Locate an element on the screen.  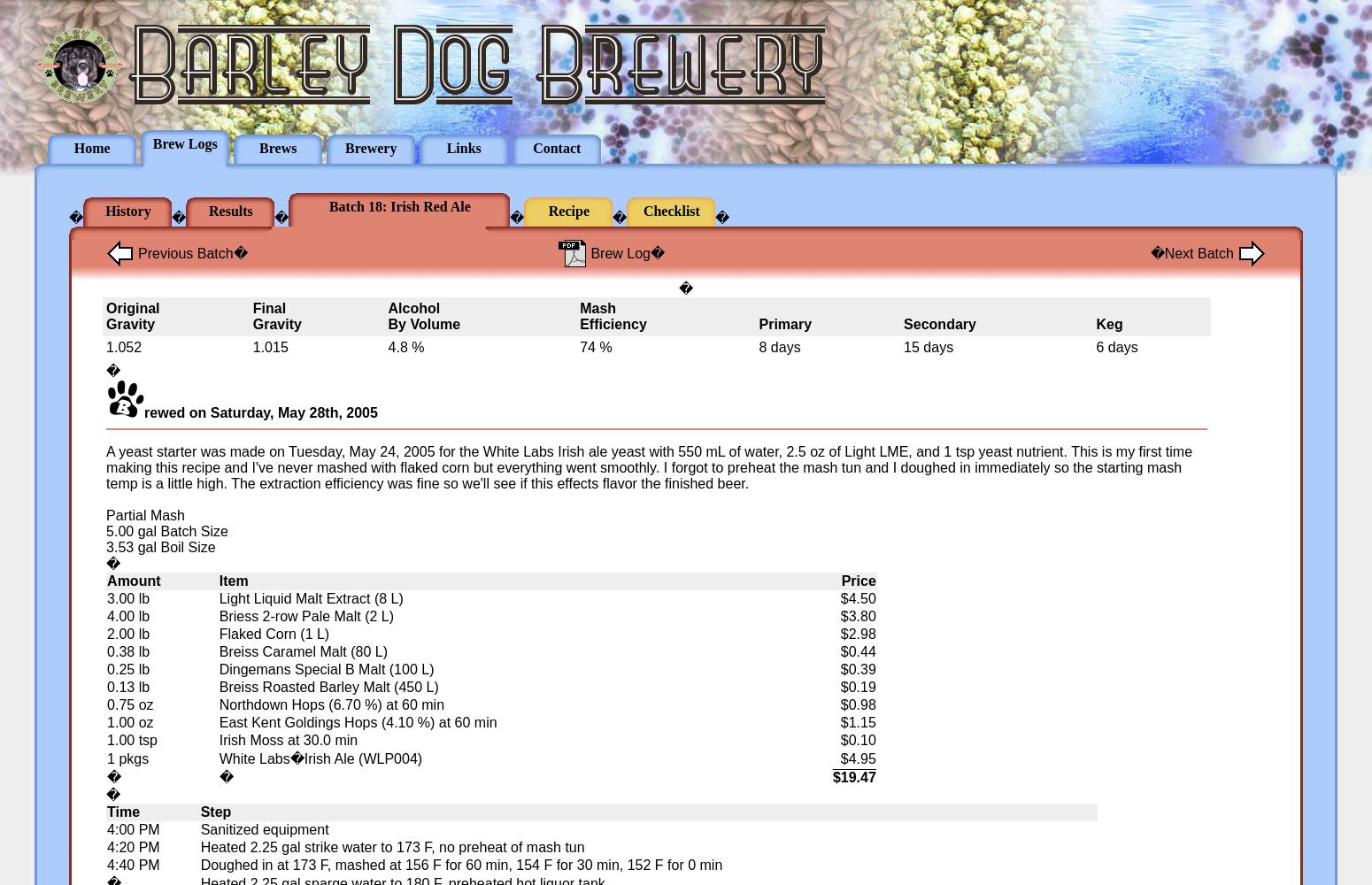
'1 pkgs' is located at coordinates (127, 757).